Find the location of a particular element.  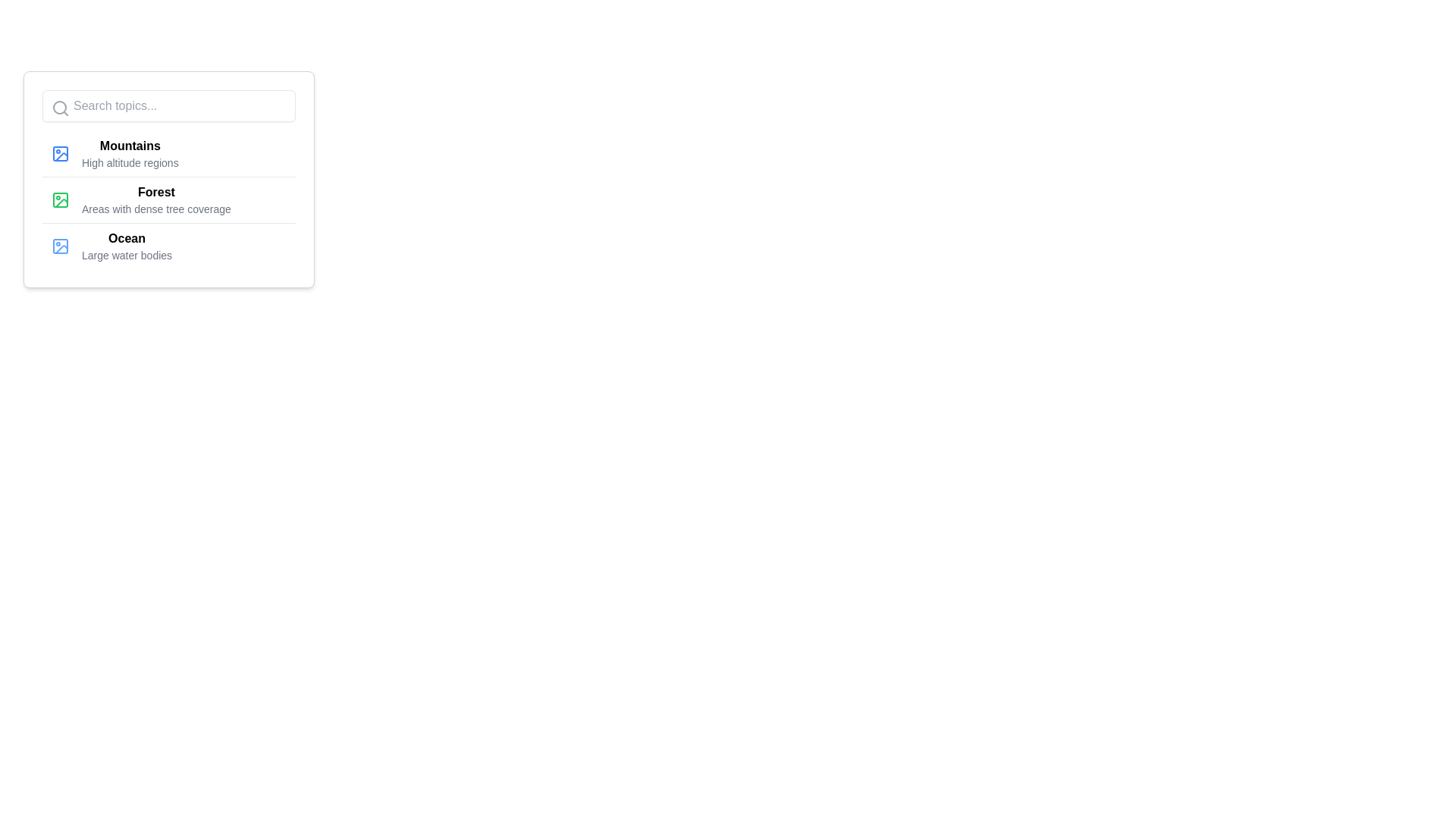

the text label 'Areas with dense tree coverage', which is styled in a smaller font and muted gray color, located directly below the bold title 'Forest' in the left panel of the interface is located at coordinates (156, 209).